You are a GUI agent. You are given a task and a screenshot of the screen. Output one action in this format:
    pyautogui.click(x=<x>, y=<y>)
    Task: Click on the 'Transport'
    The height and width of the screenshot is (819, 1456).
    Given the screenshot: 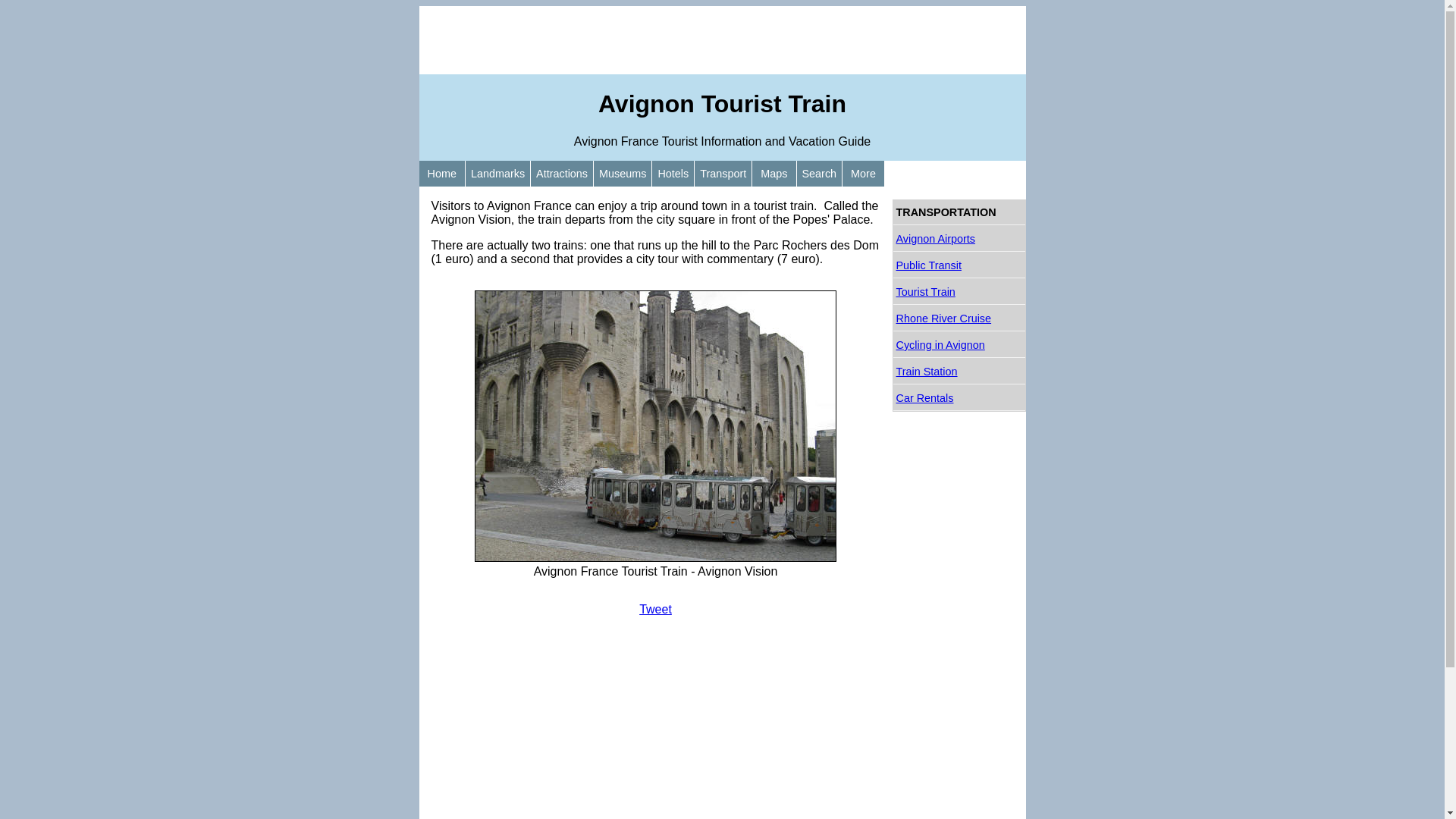 What is the action you would take?
    pyautogui.click(x=722, y=172)
    